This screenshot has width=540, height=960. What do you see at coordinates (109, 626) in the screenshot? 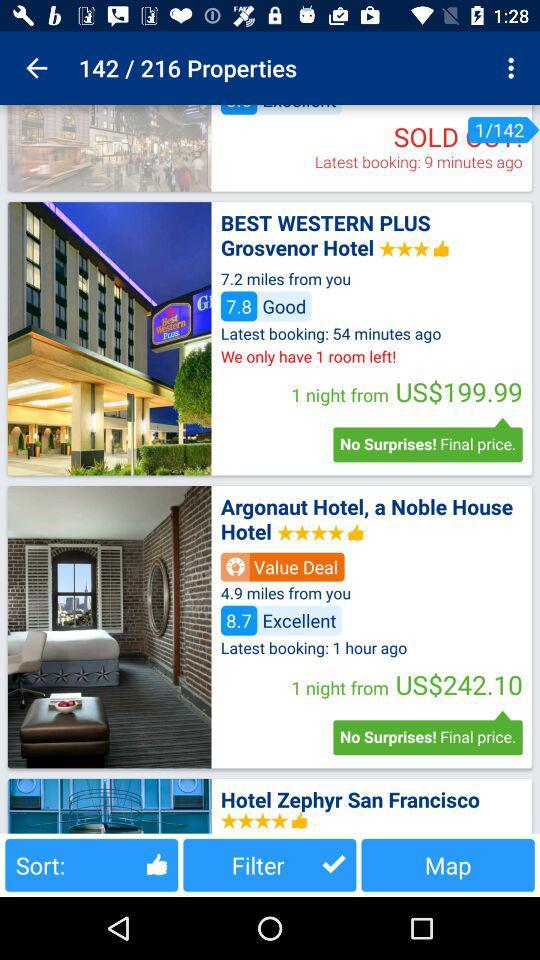
I see `this hotel` at bounding box center [109, 626].